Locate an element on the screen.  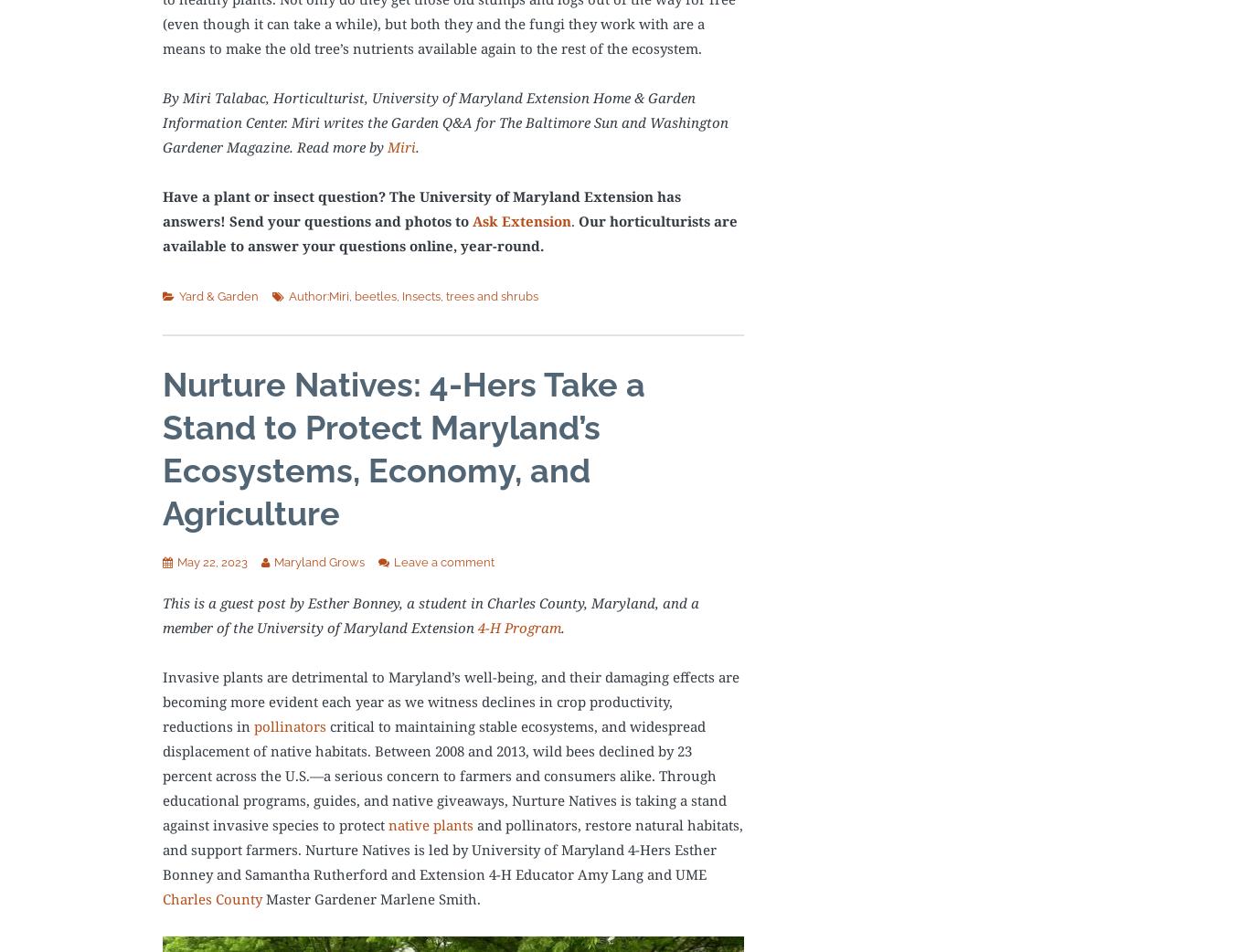
'This is a guest post by Esther Bonney, a student in Charles County, Maryland, and a member of the University of Maryland Extension' is located at coordinates (430, 615).